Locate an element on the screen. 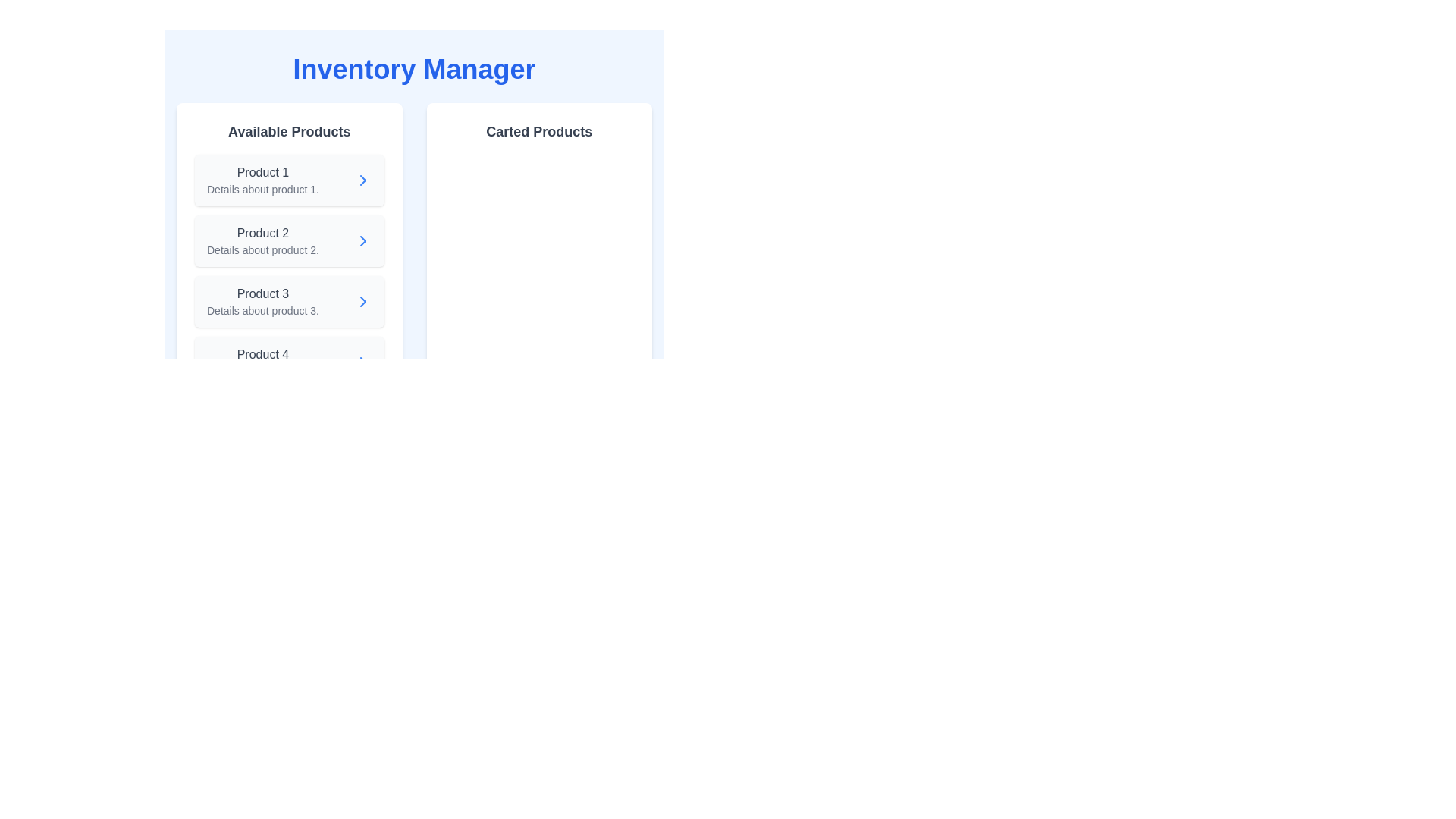 This screenshot has width=1456, height=819. the product information text block located at the top of the 'Available Products' list is located at coordinates (262, 180).